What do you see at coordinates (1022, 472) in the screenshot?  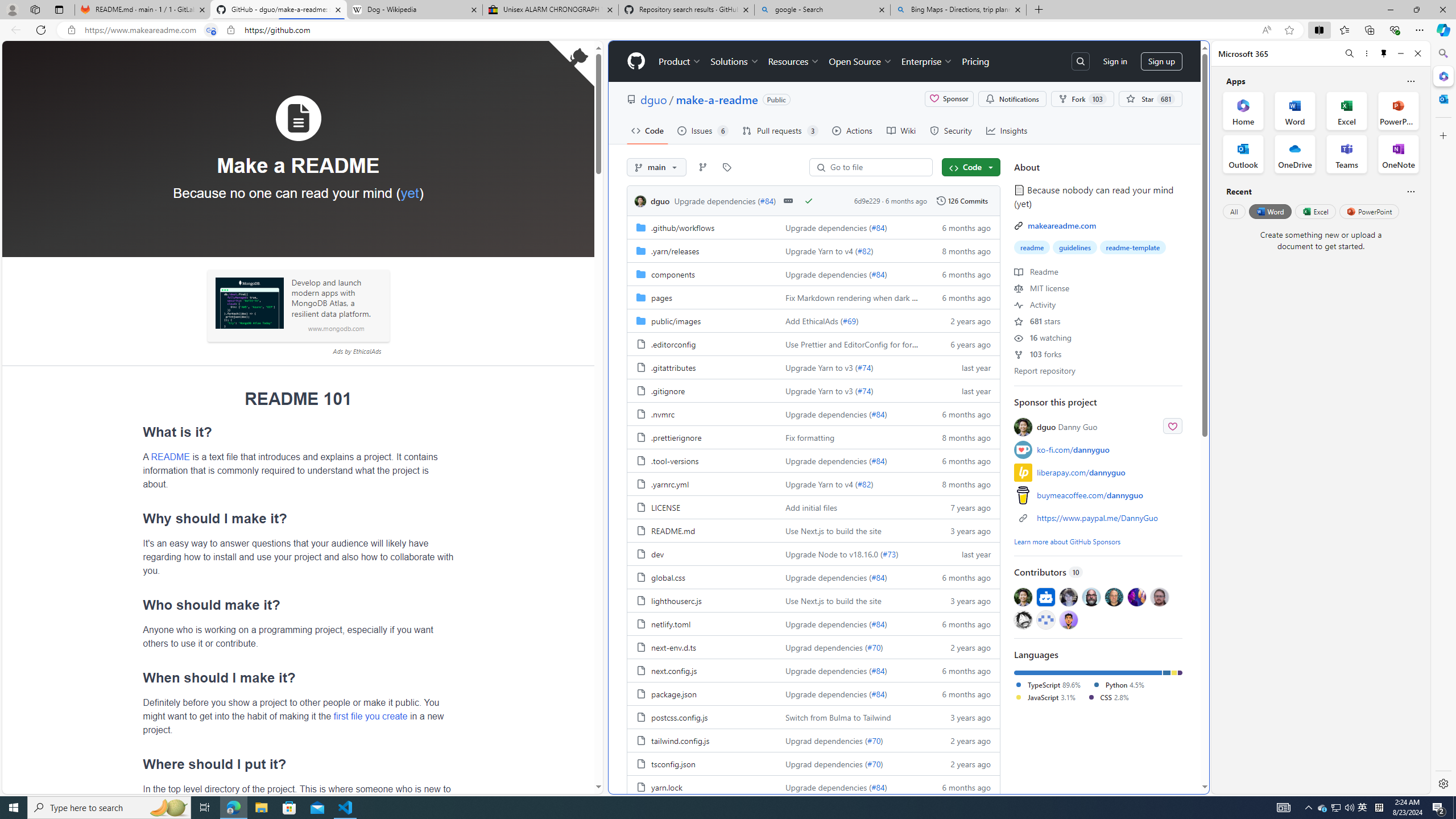 I see `'liberapay'` at bounding box center [1022, 472].